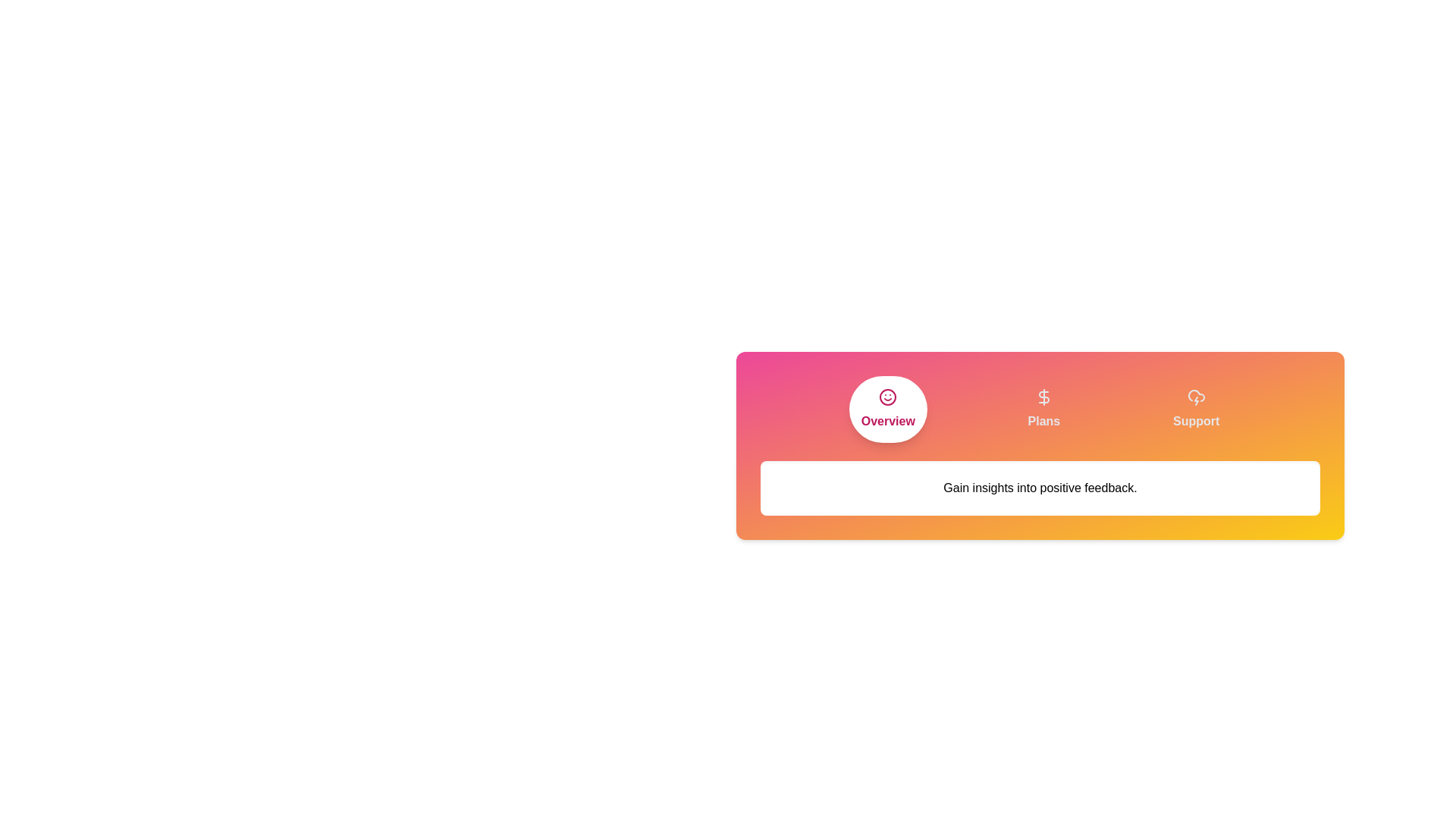  What do you see at coordinates (1043, 409) in the screenshot?
I see `the Plans tab to activate it` at bounding box center [1043, 409].